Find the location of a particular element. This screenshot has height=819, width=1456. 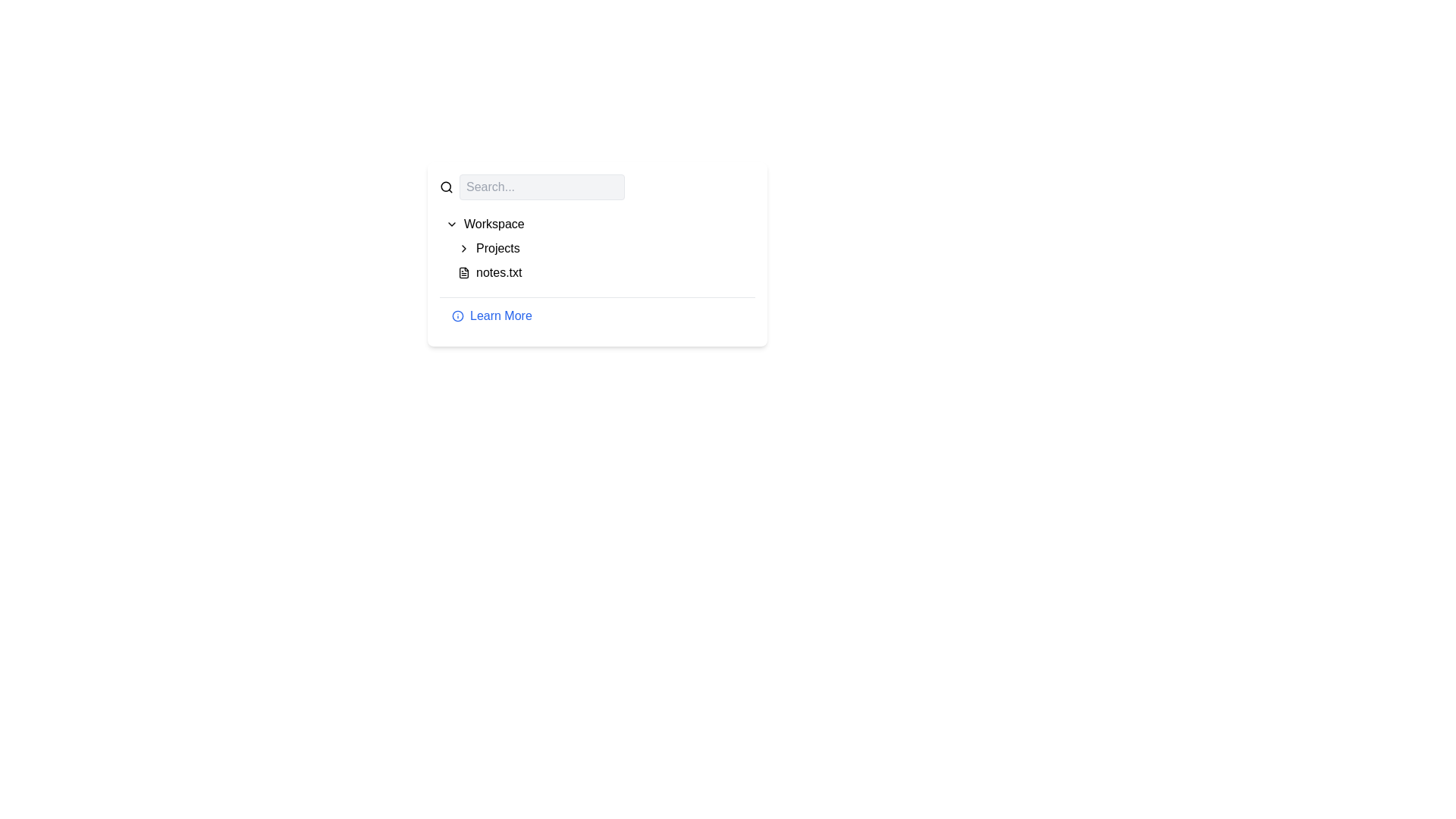

the 'Projects' text label is located at coordinates (497, 247).